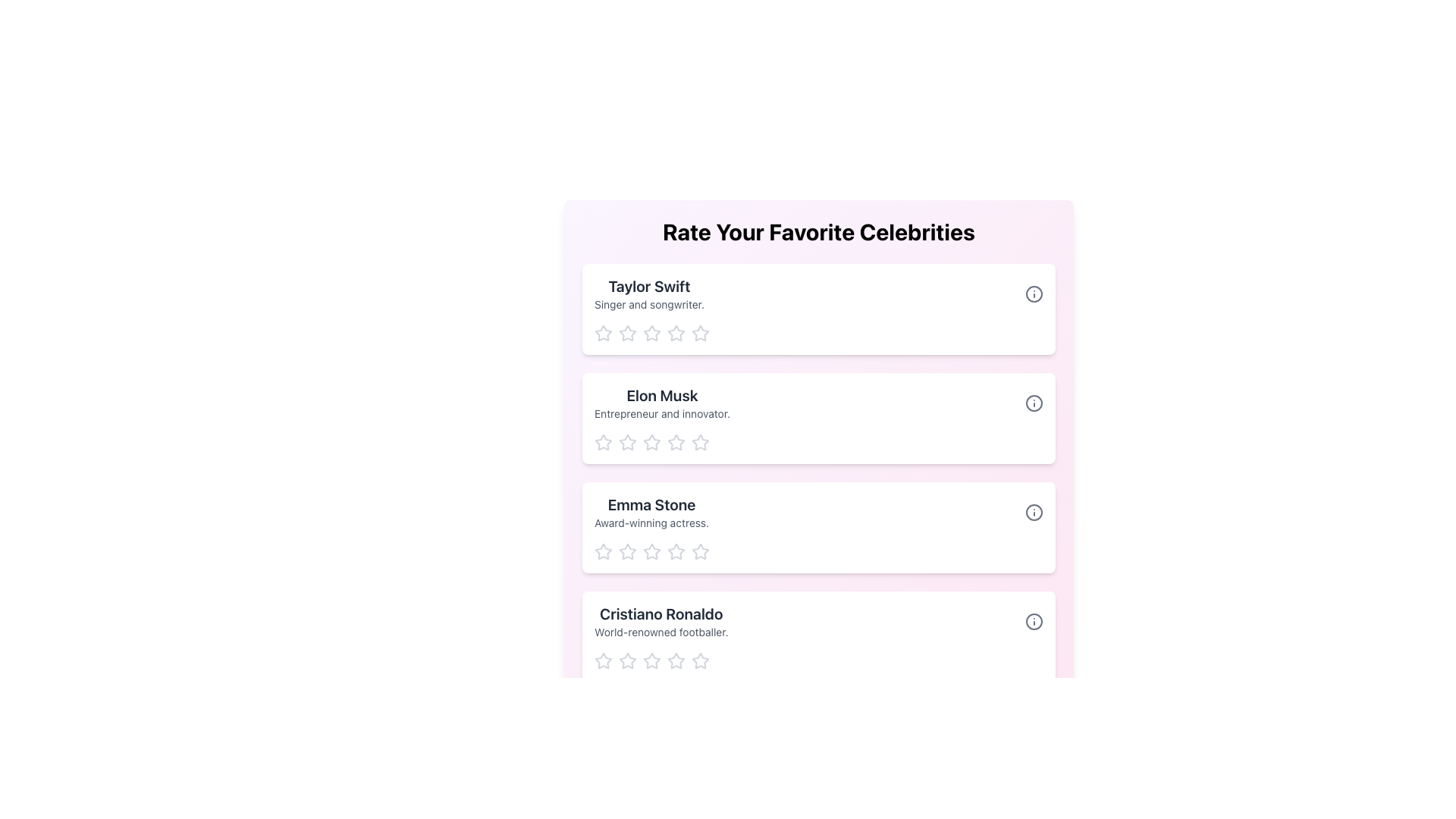 This screenshot has width=1456, height=819. What do you see at coordinates (818, 526) in the screenshot?
I see `the star rating feature of the informational card for Emma Stone, which is the third card in a vertical list` at bounding box center [818, 526].